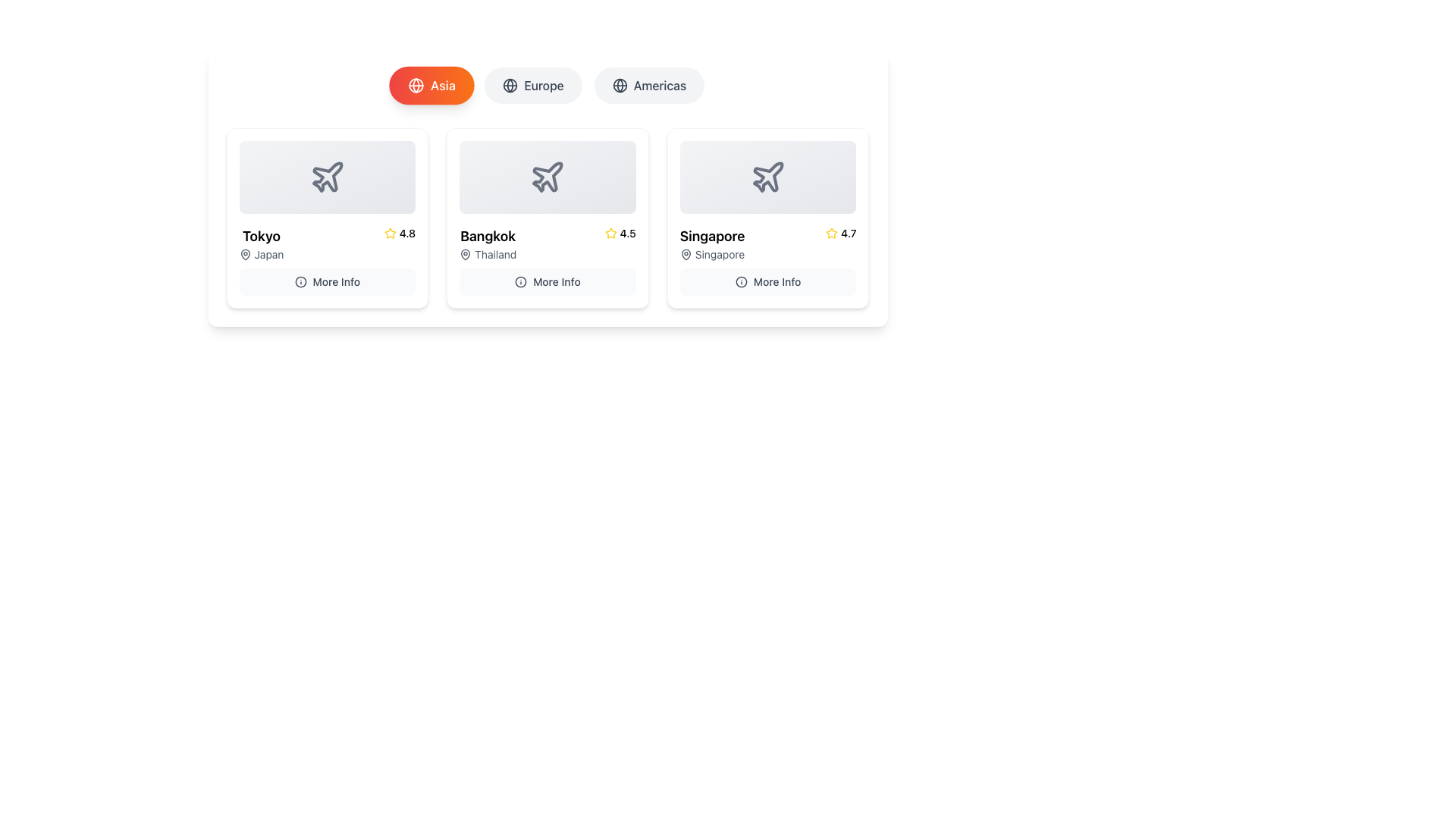 Image resolution: width=1456 pixels, height=819 pixels. What do you see at coordinates (628, 234) in the screenshot?
I see `the text label displaying '4.5' that indicates a rating, which is aligned with a yellow star icon on its left, within the Bangkok destination card` at bounding box center [628, 234].